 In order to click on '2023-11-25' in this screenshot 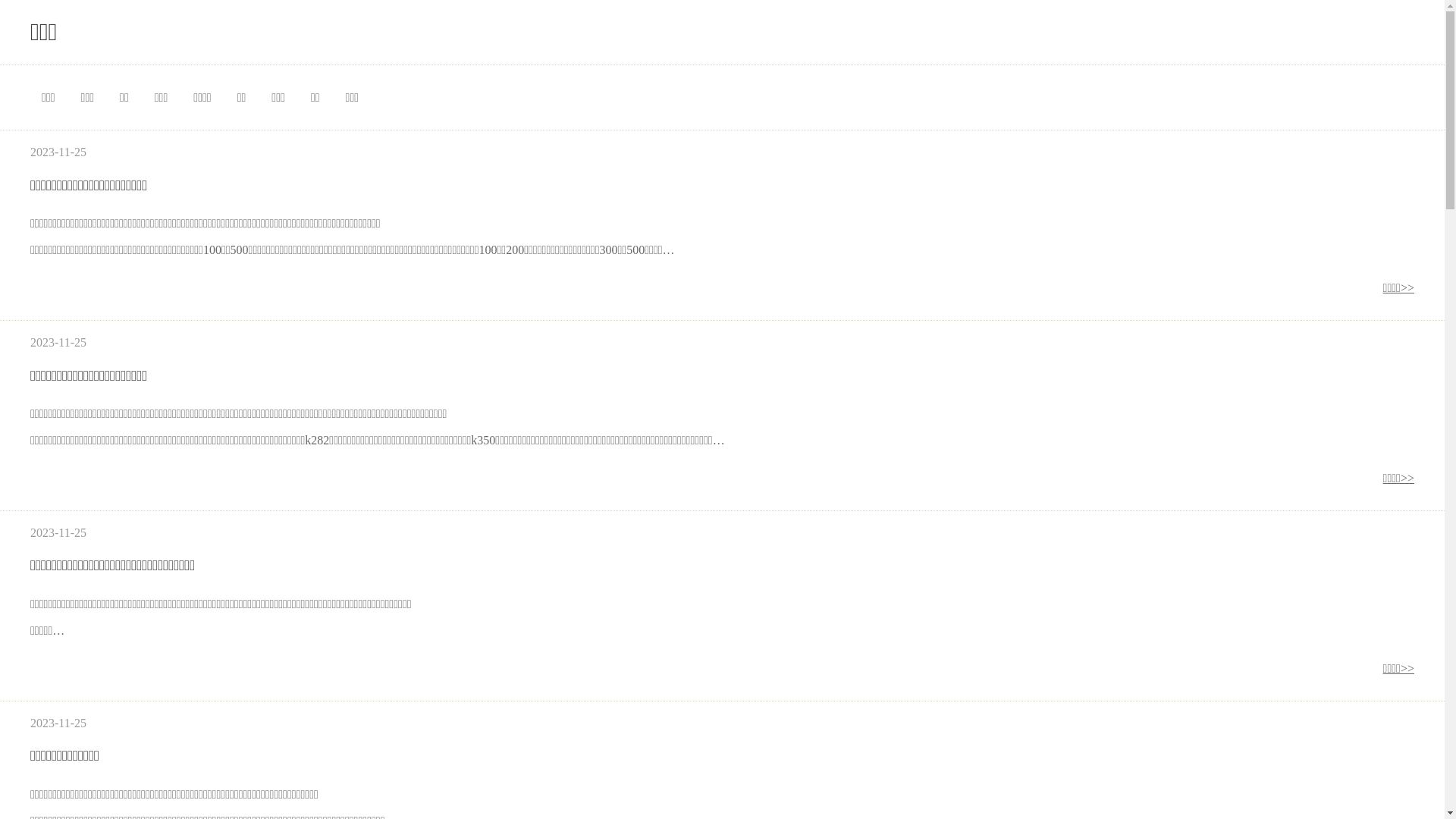, I will do `click(58, 342)`.